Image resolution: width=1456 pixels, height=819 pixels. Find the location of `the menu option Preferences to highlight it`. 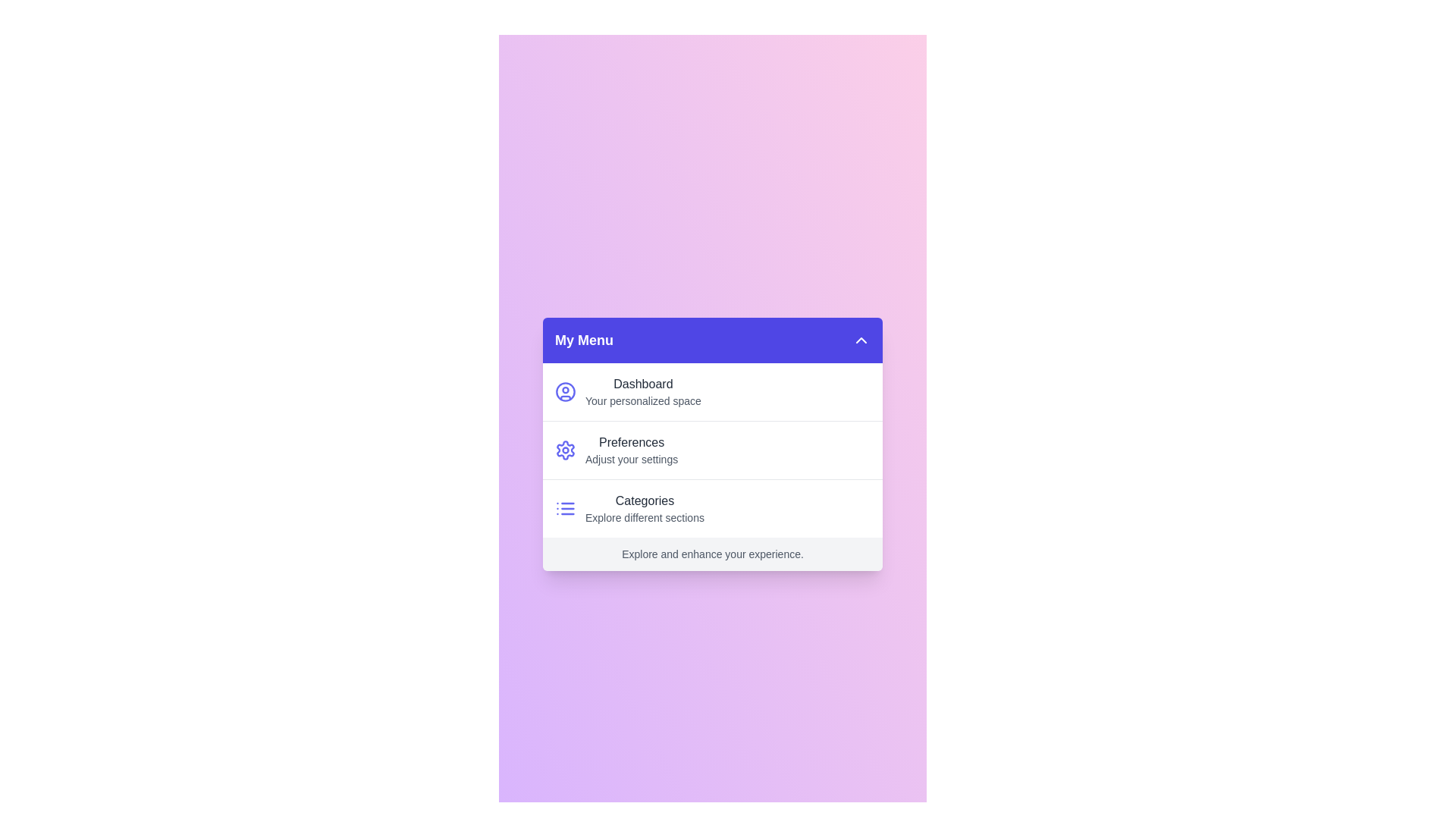

the menu option Preferences to highlight it is located at coordinates (712, 449).